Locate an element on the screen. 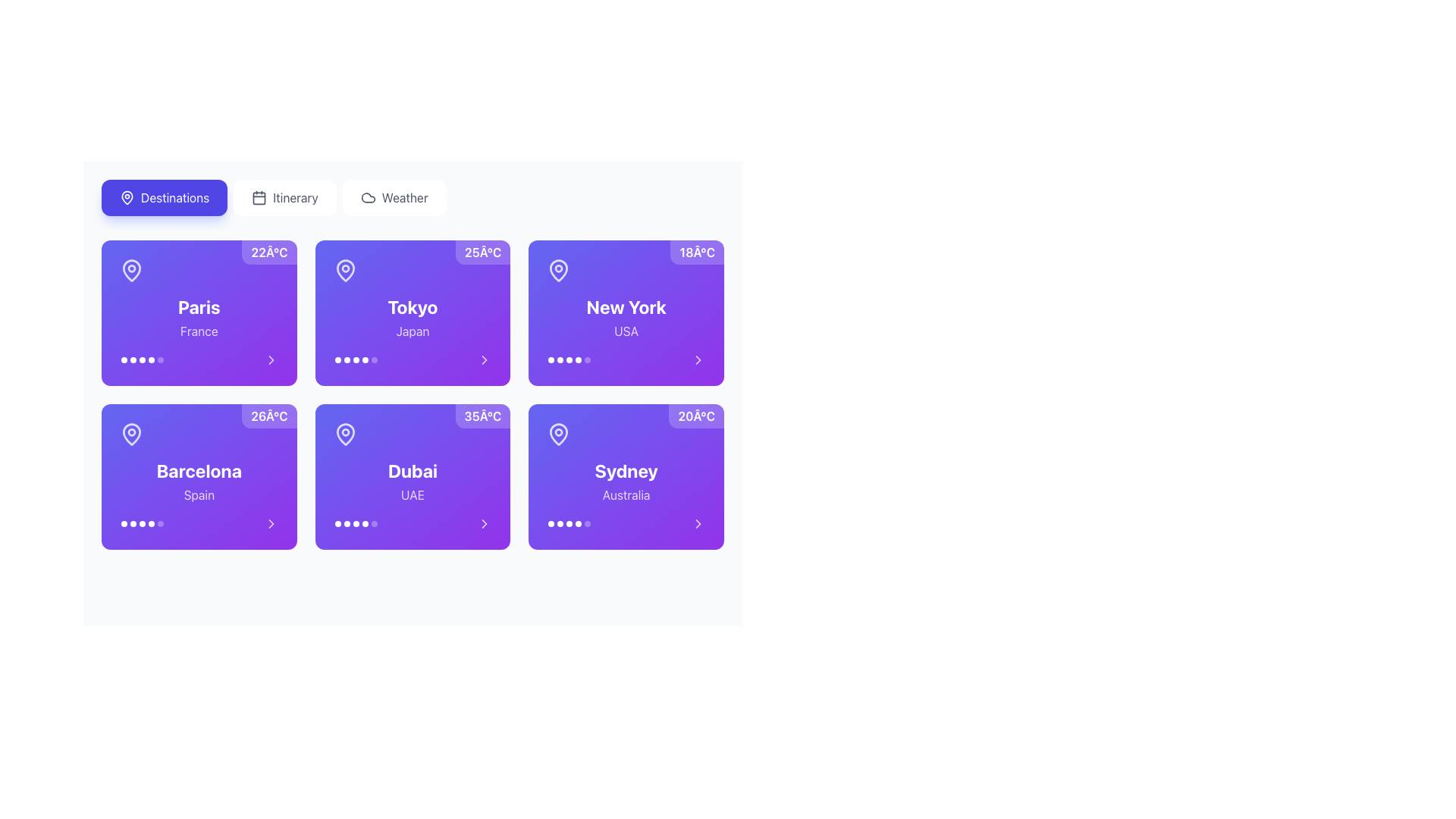 The height and width of the screenshot is (819, 1456). the first button in the horizontal group of three buttons at the top-left of the interface is located at coordinates (165, 197).